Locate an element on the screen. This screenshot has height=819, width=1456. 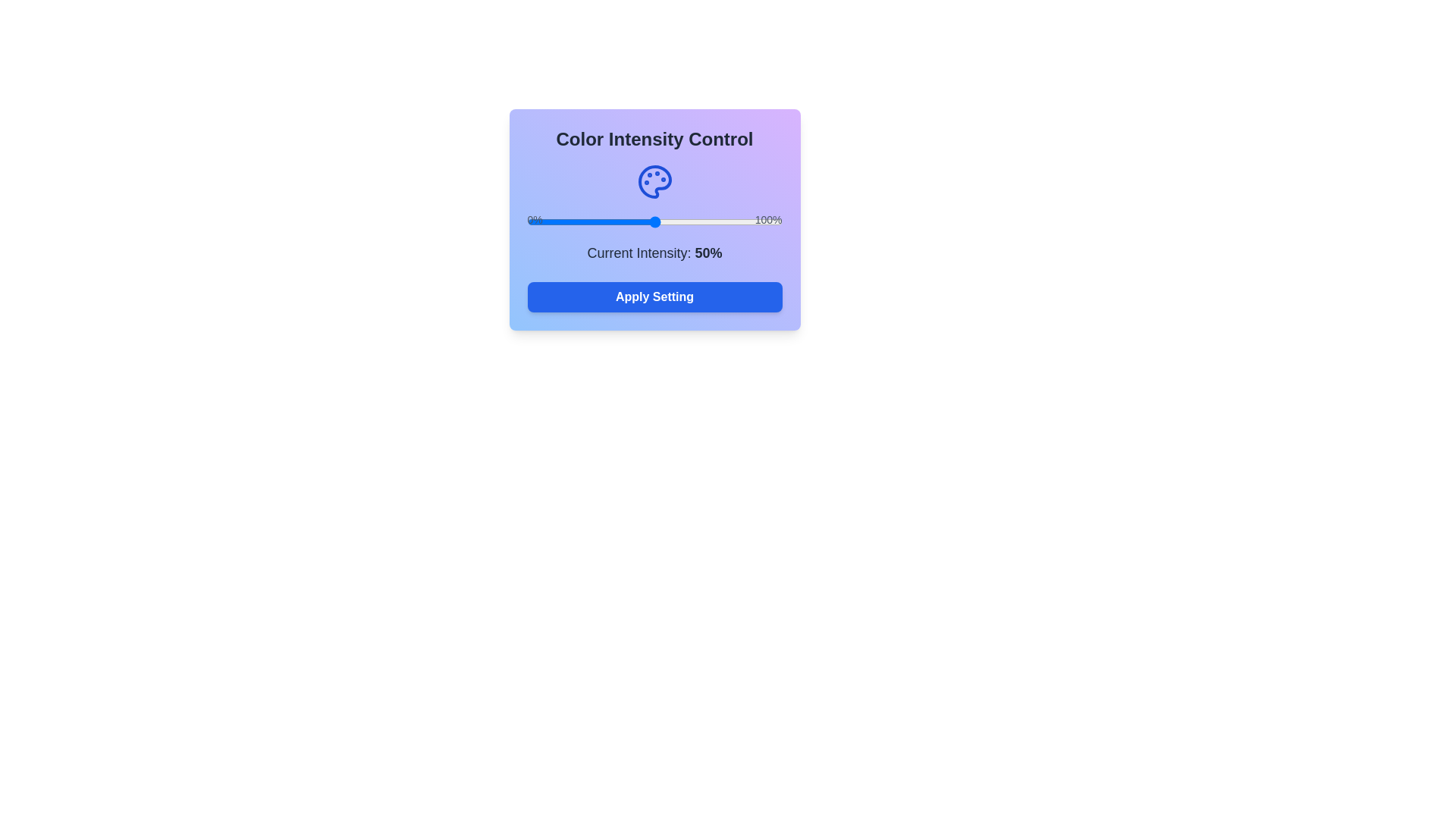
the slider to set the color intensity to 0% is located at coordinates (527, 222).